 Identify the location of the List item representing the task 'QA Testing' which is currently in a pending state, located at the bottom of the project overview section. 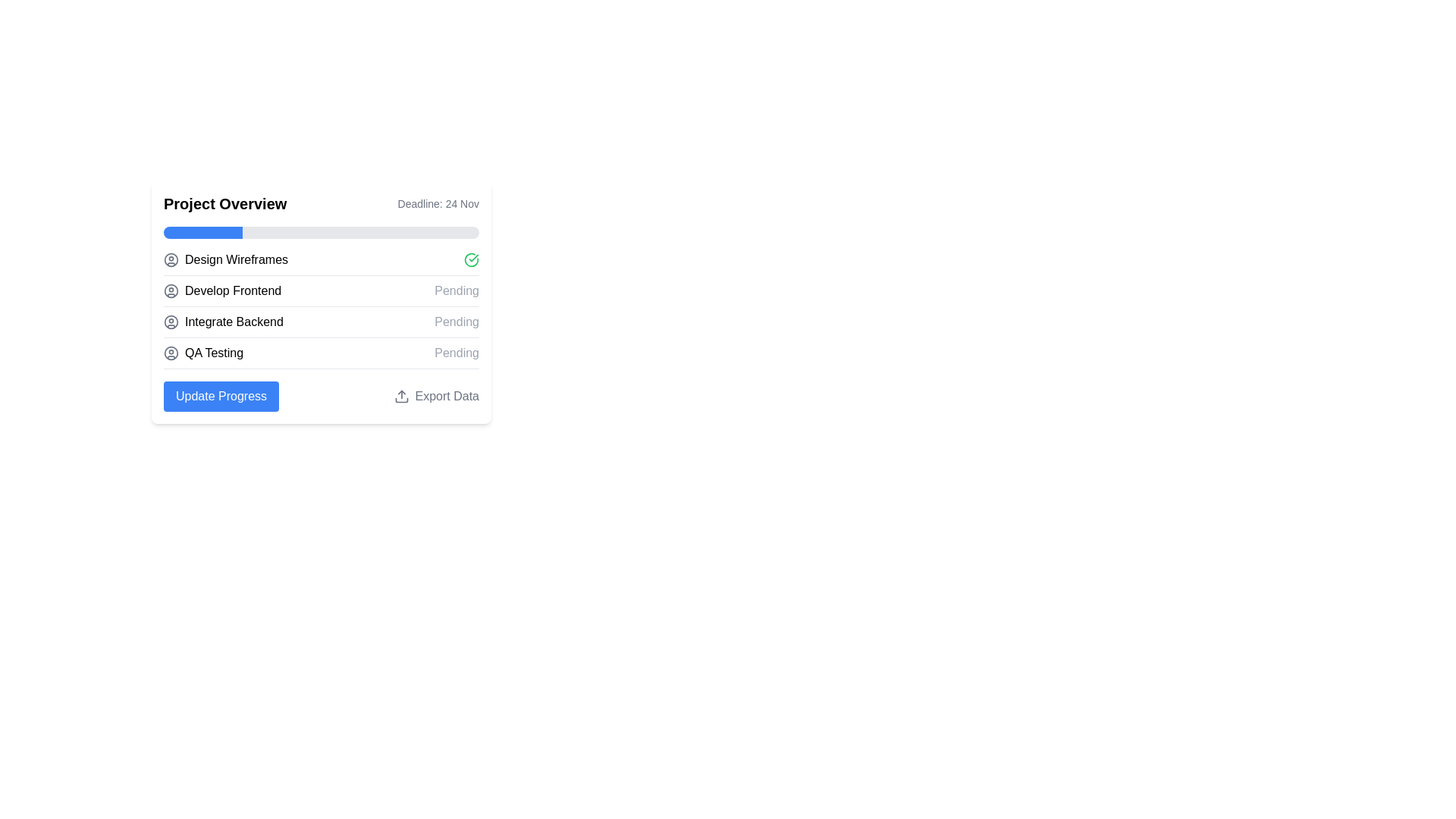
(320, 356).